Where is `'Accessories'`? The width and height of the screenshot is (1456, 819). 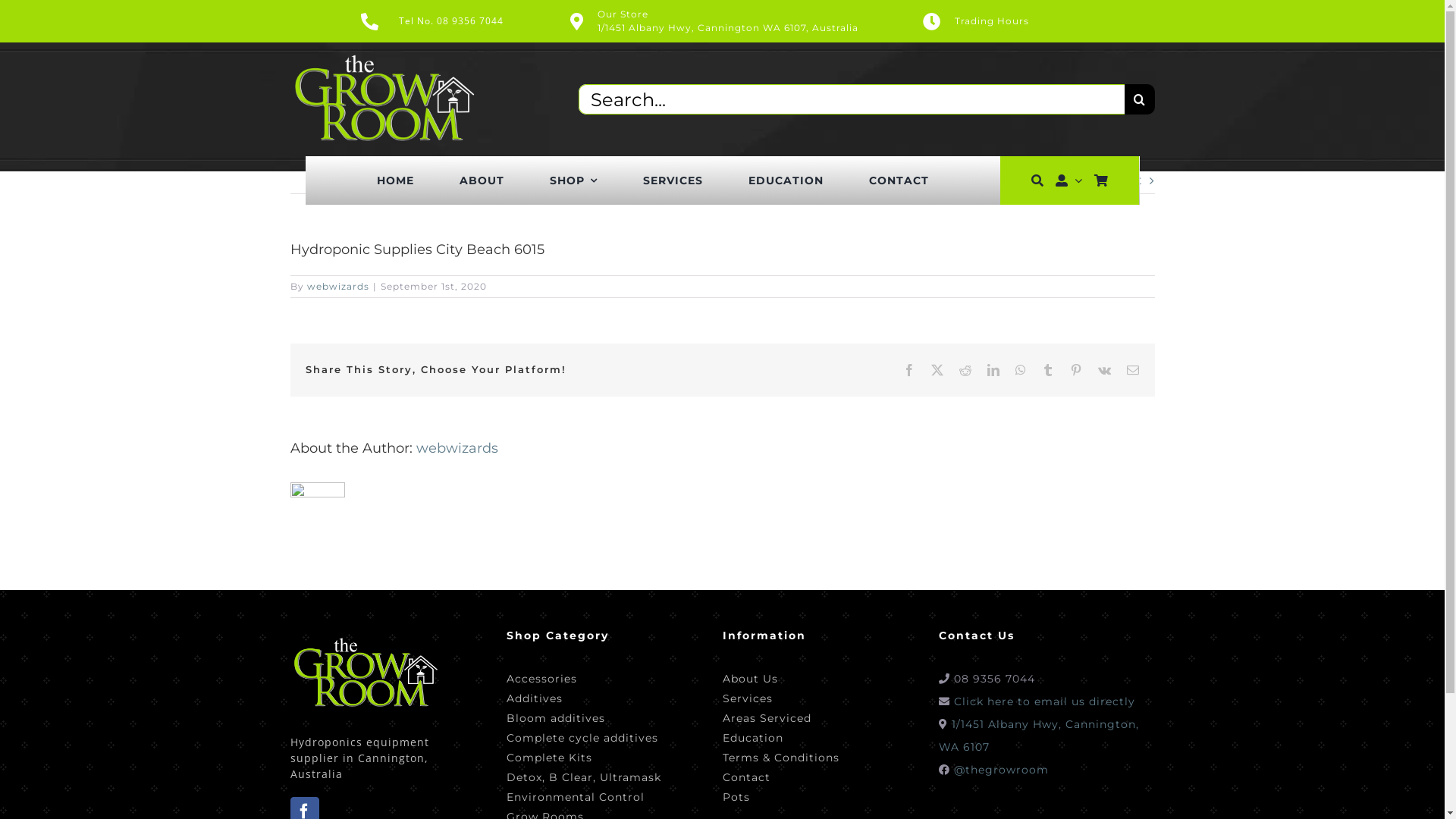
'Accessories' is located at coordinates (582, 676).